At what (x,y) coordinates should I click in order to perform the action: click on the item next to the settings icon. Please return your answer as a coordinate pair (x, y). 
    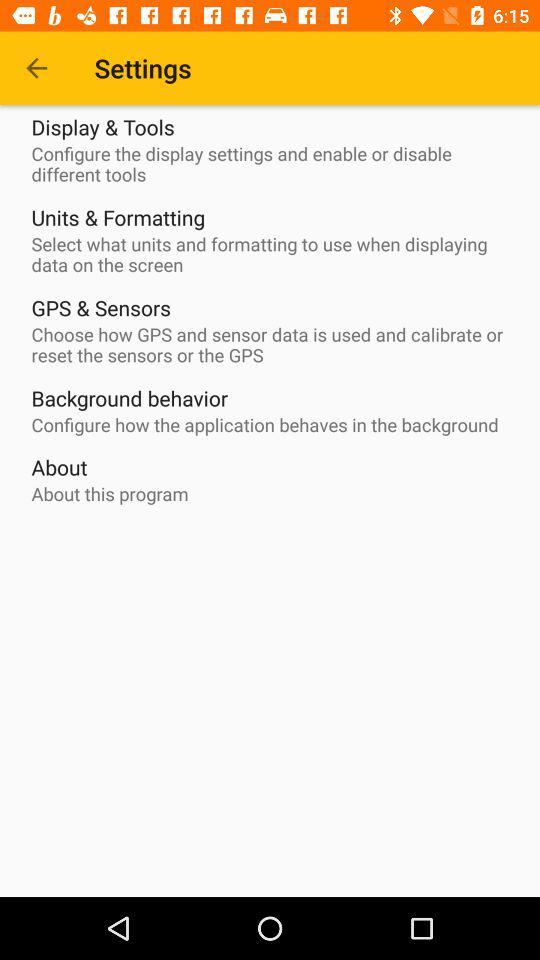
    Looking at the image, I should click on (36, 68).